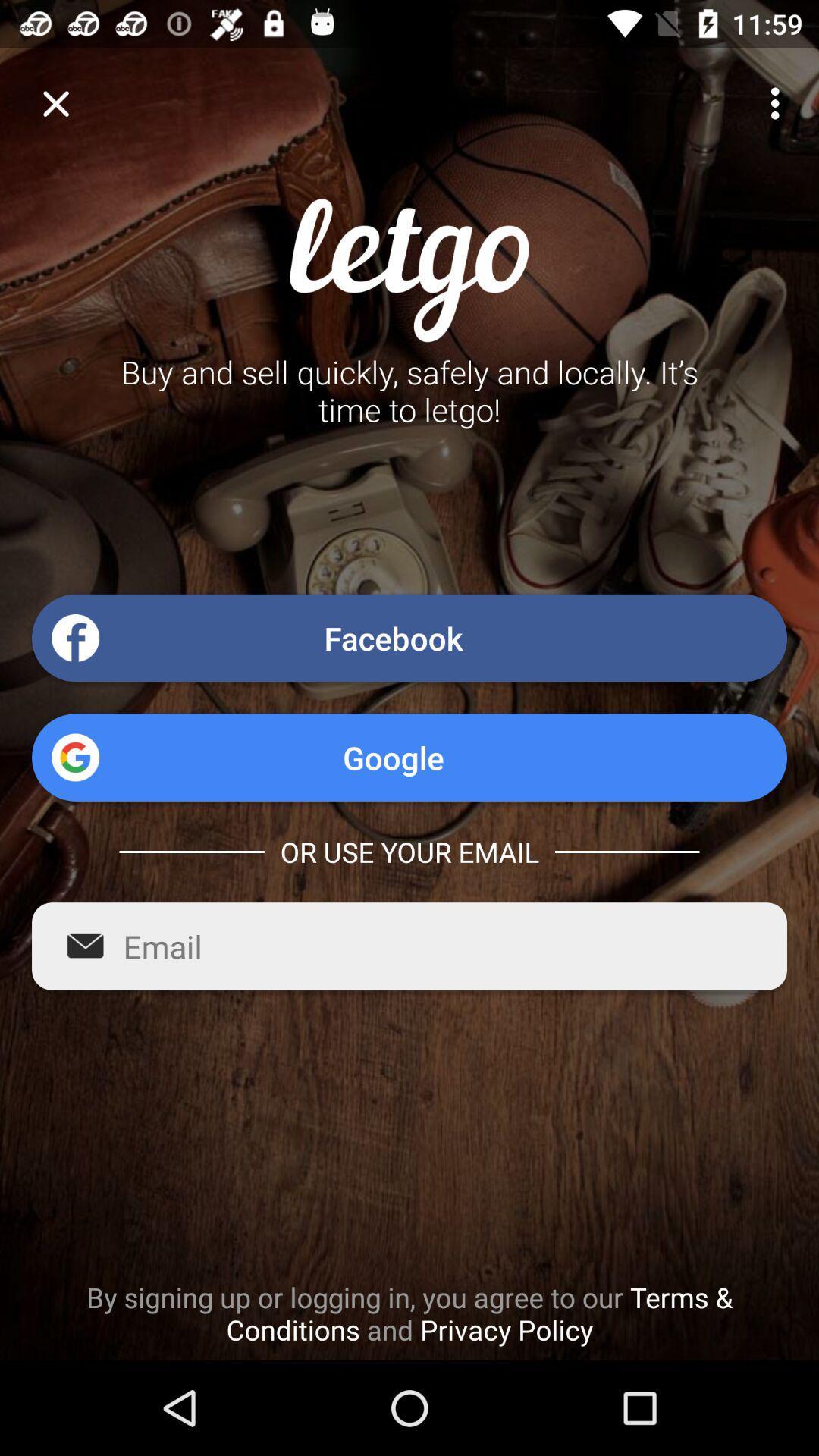  Describe the element at coordinates (409, 1313) in the screenshot. I see `the by signing up icon` at that location.